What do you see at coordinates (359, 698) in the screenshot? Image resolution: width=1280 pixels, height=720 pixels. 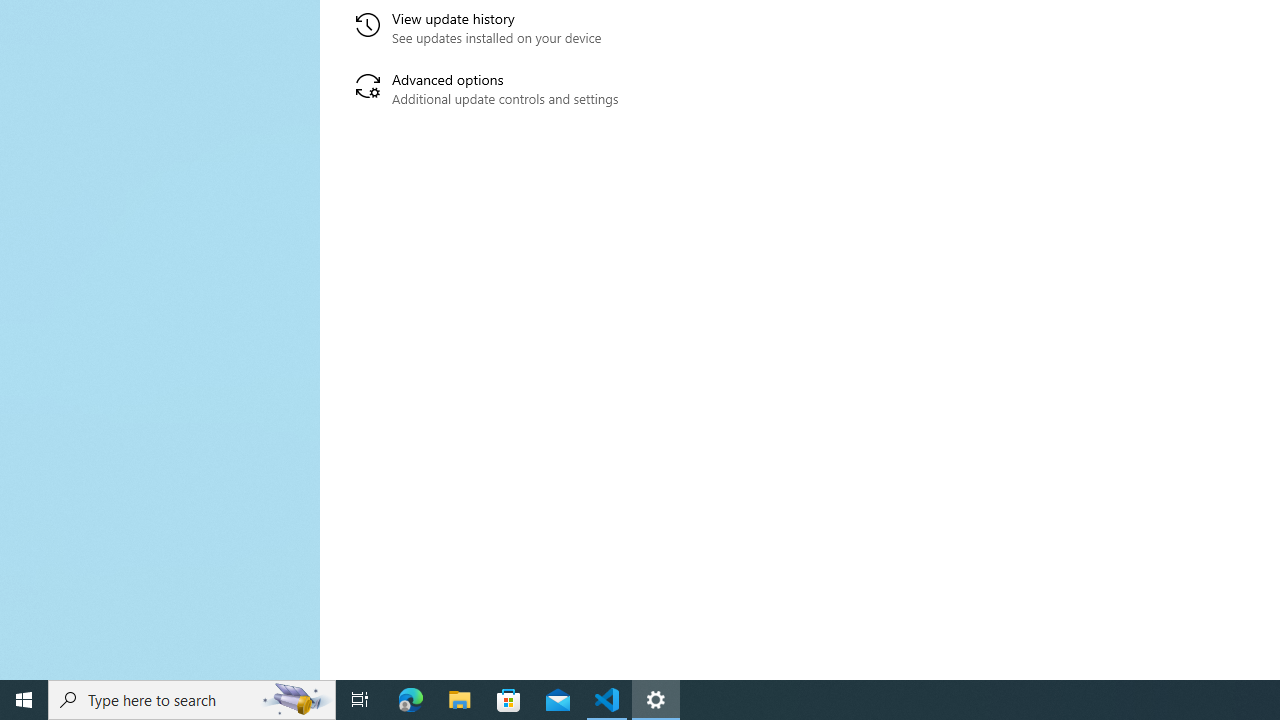 I see `'Task View'` at bounding box center [359, 698].